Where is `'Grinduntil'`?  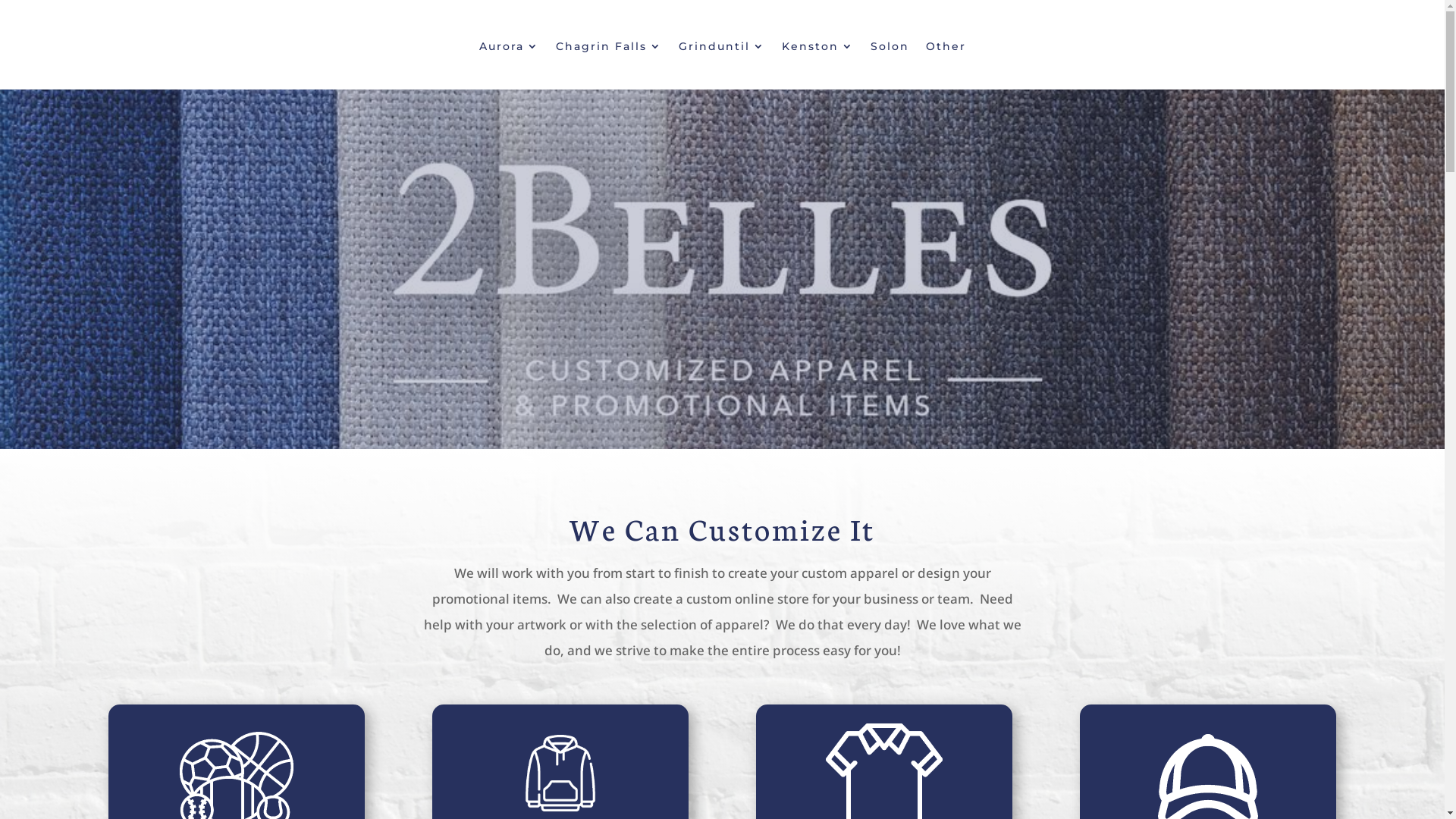
'Grinduntil' is located at coordinates (720, 49).